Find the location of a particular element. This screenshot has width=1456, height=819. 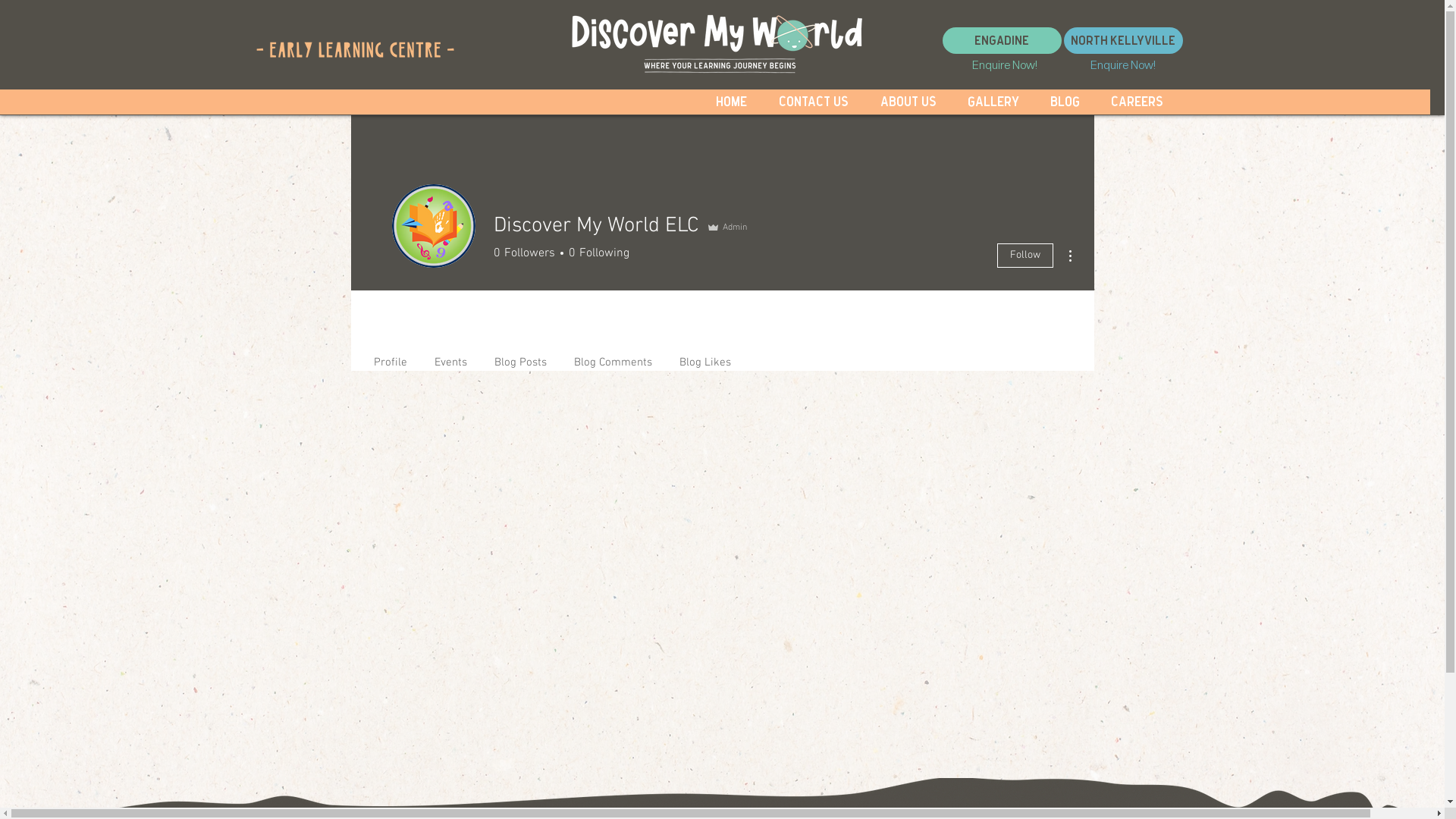

'Careers' is located at coordinates (1136, 102).